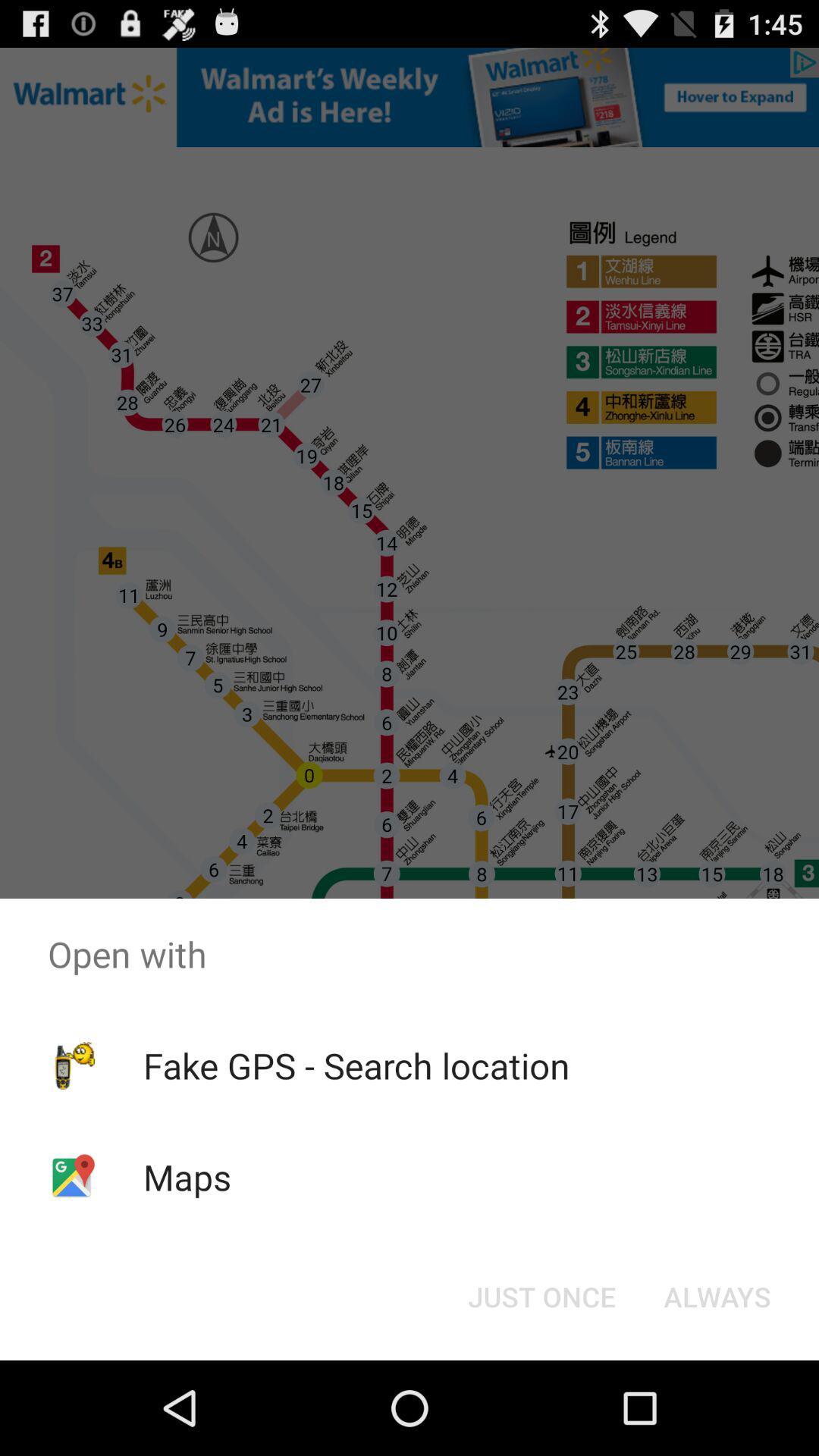 This screenshot has height=1456, width=819. What do you see at coordinates (717, 1295) in the screenshot?
I see `item to the right of the just once item` at bounding box center [717, 1295].